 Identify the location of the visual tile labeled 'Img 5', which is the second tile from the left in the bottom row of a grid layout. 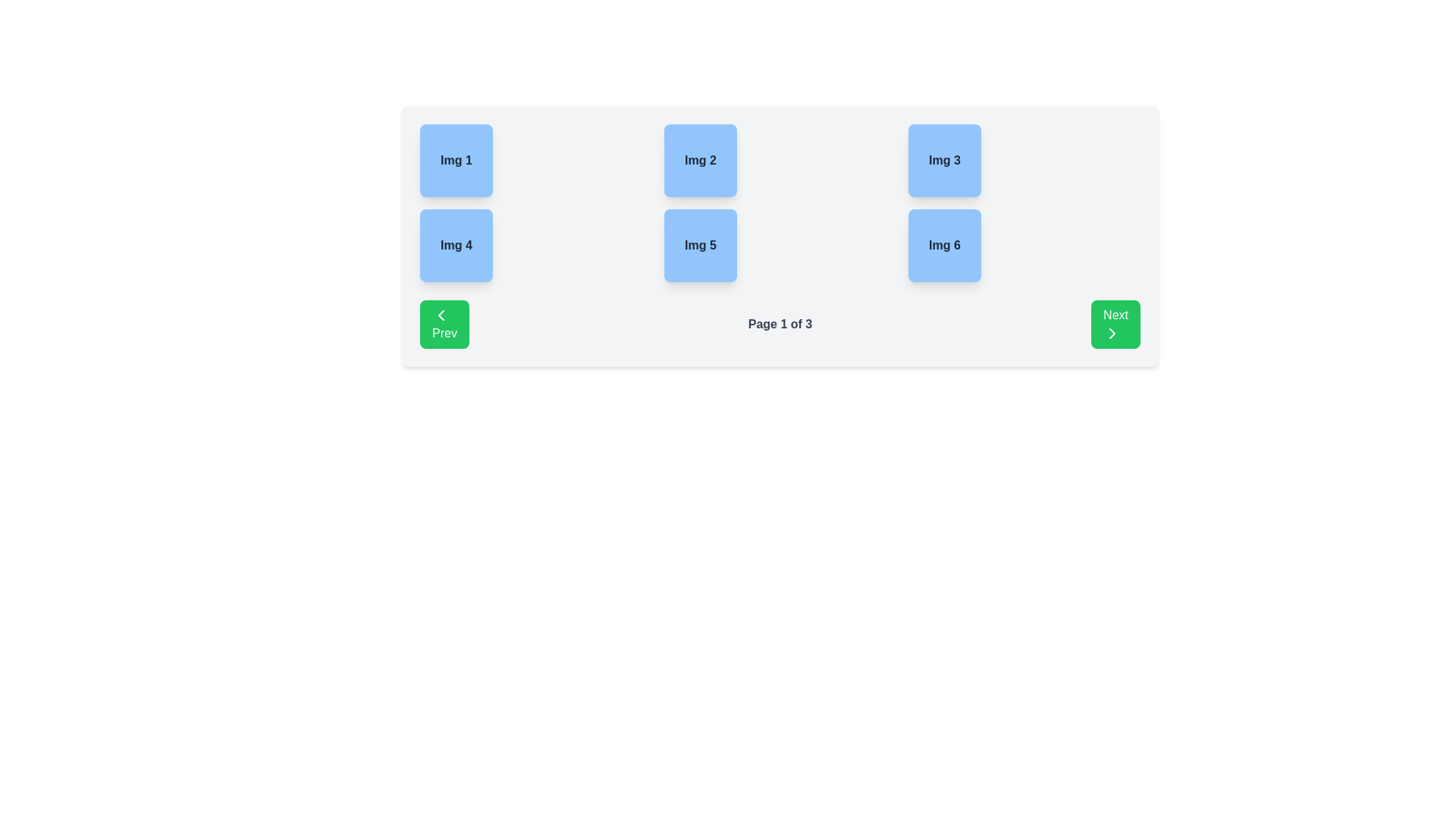
(700, 245).